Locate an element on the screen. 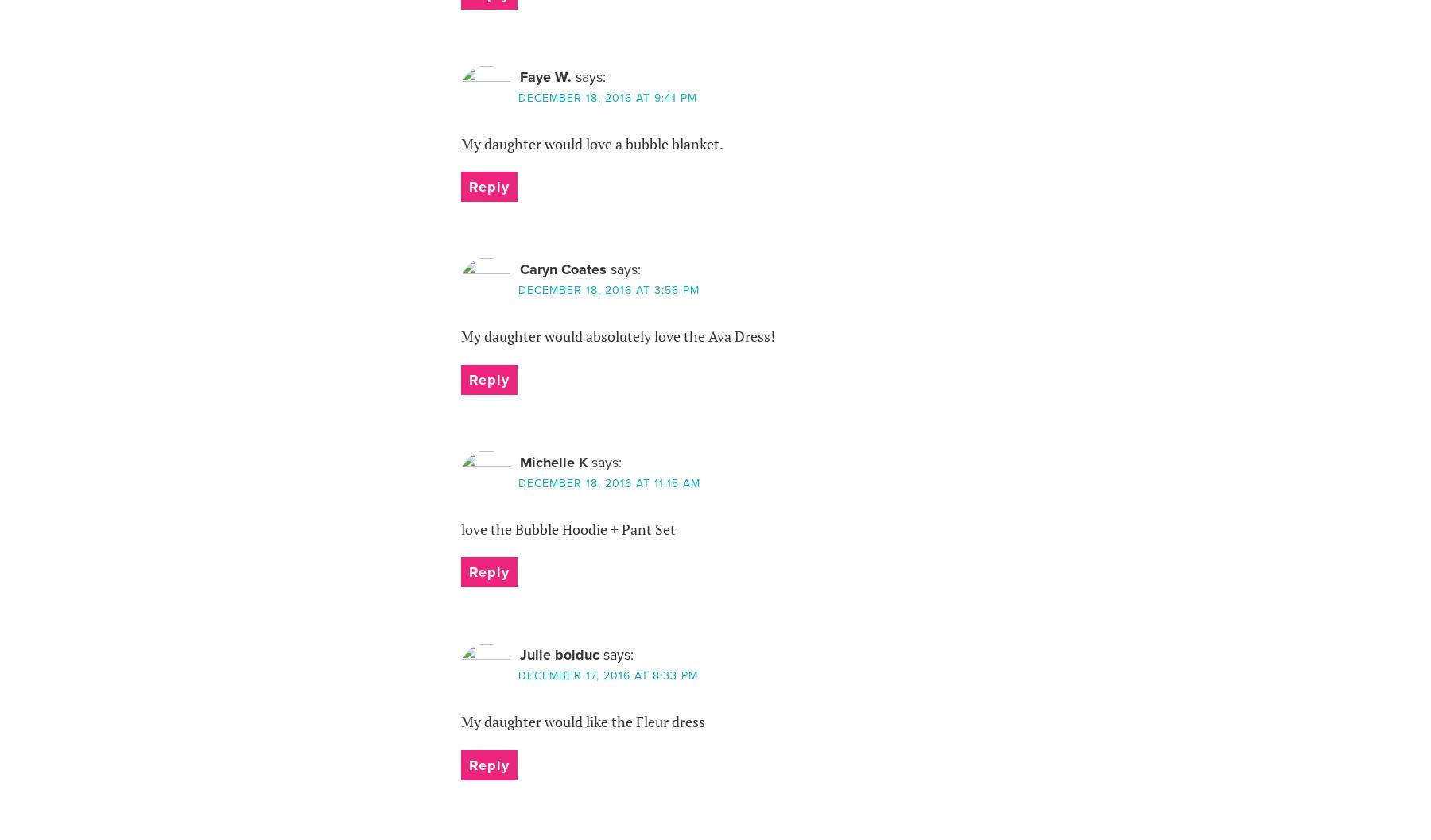 This screenshot has height=840, width=1431. 'December 18, 2016 at 11:15 am' is located at coordinates (607, 482).